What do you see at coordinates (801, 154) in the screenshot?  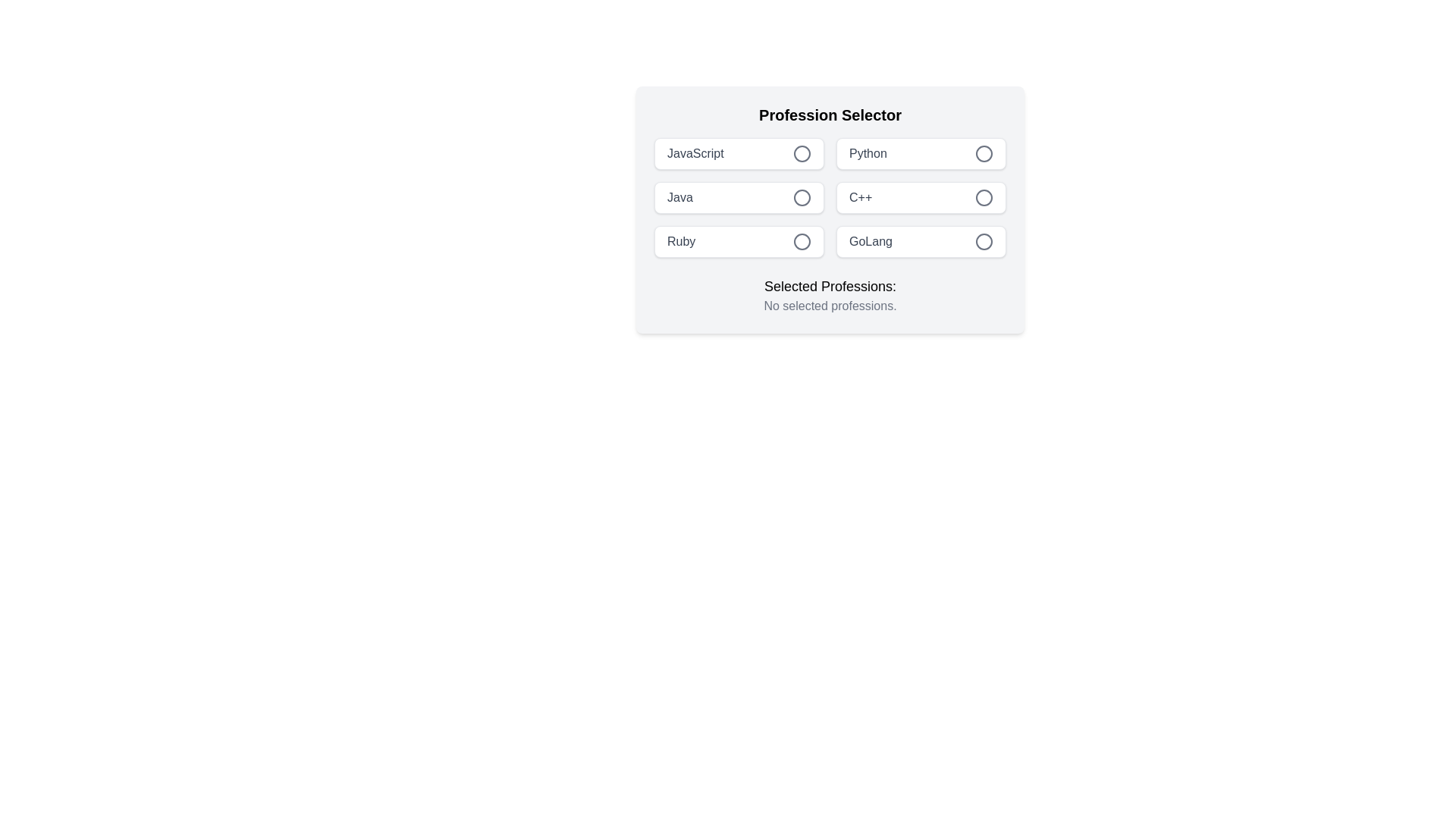 I see `the radio button next to the 'JavaScript' label` at bounding box center [801, 154].